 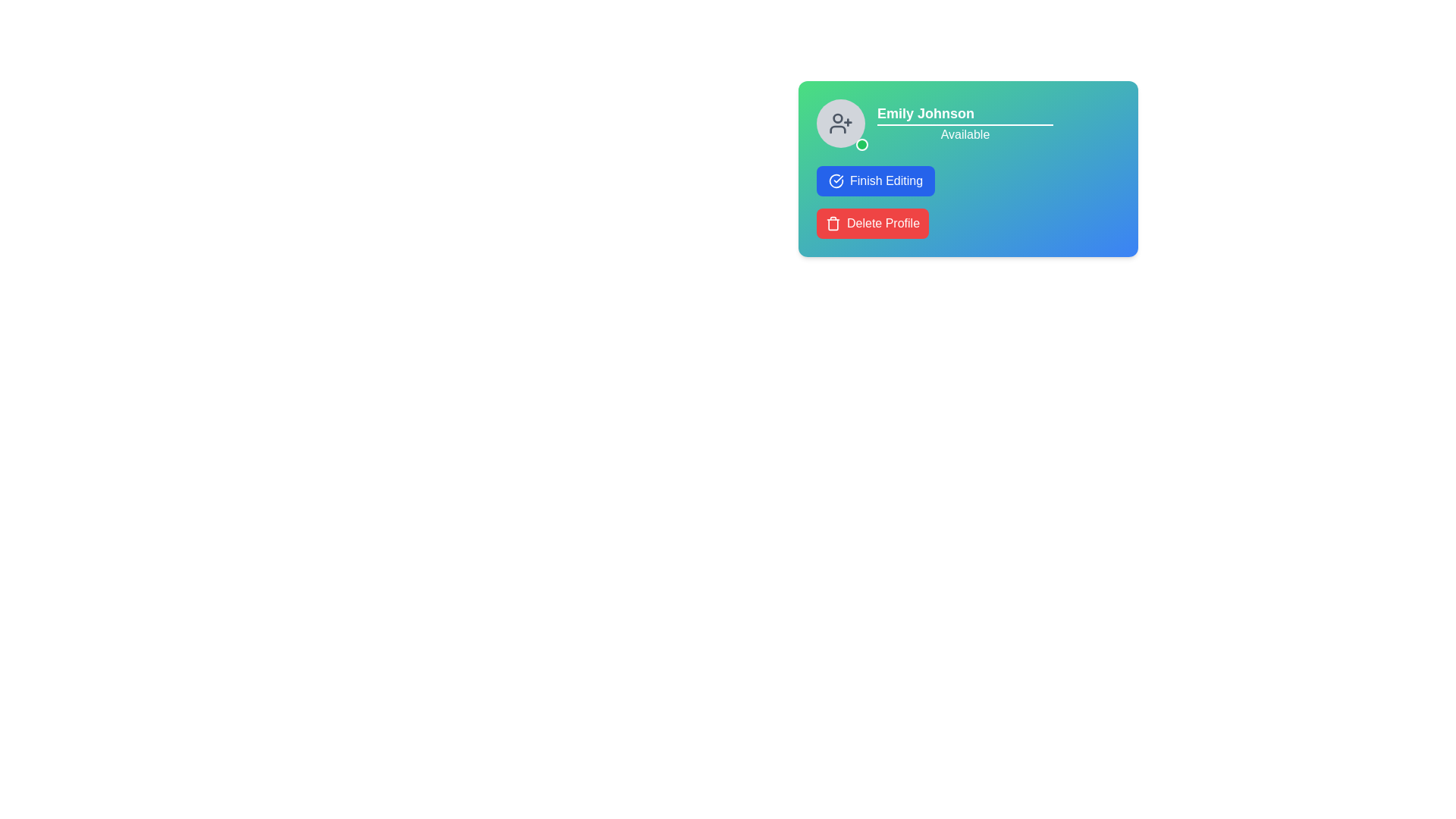 What do you see at coordinates (862, 145) in the screenshot?
I see `the status indicator located at the bottom-right of the profile avatar icon in the user information card` at bounding box center [862, 145].